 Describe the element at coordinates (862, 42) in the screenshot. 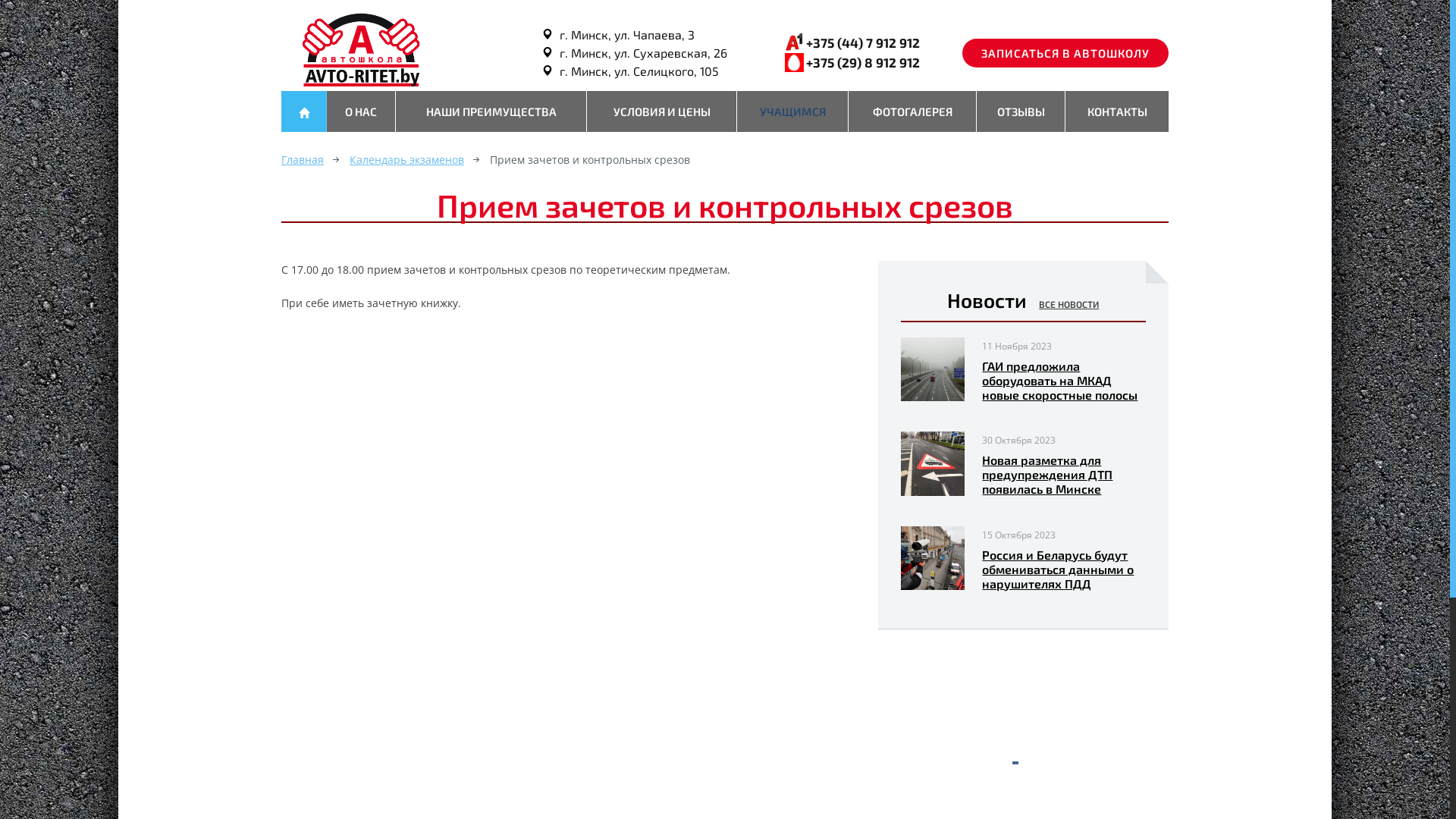

I see `'+375 (44) 7 912 912'` at that location.